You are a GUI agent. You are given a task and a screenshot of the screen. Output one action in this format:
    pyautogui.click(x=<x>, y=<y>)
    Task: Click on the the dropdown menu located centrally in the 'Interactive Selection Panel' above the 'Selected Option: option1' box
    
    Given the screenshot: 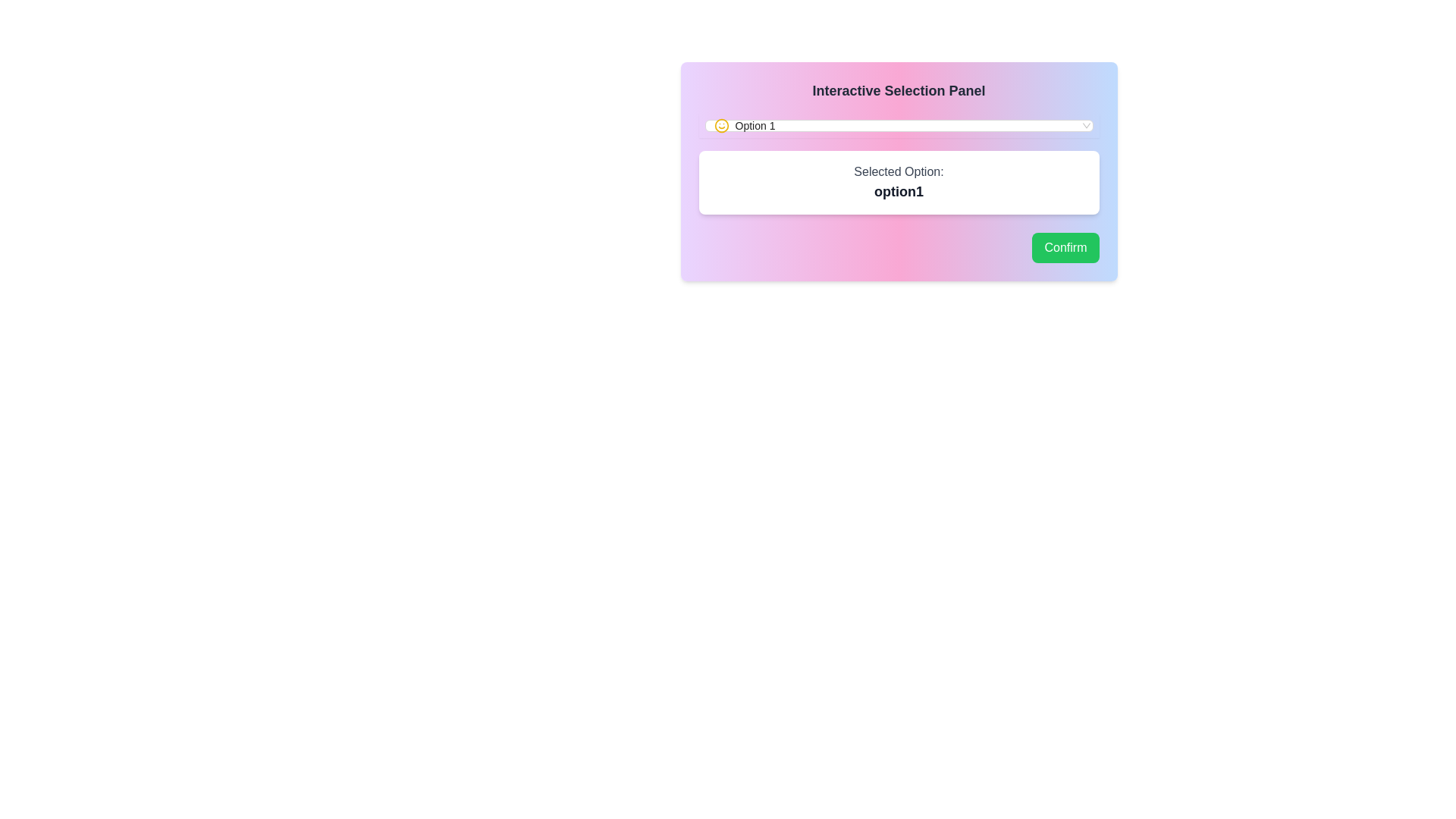 What is the action you would take?
    pyautogui.click(x=899, y=124)
    